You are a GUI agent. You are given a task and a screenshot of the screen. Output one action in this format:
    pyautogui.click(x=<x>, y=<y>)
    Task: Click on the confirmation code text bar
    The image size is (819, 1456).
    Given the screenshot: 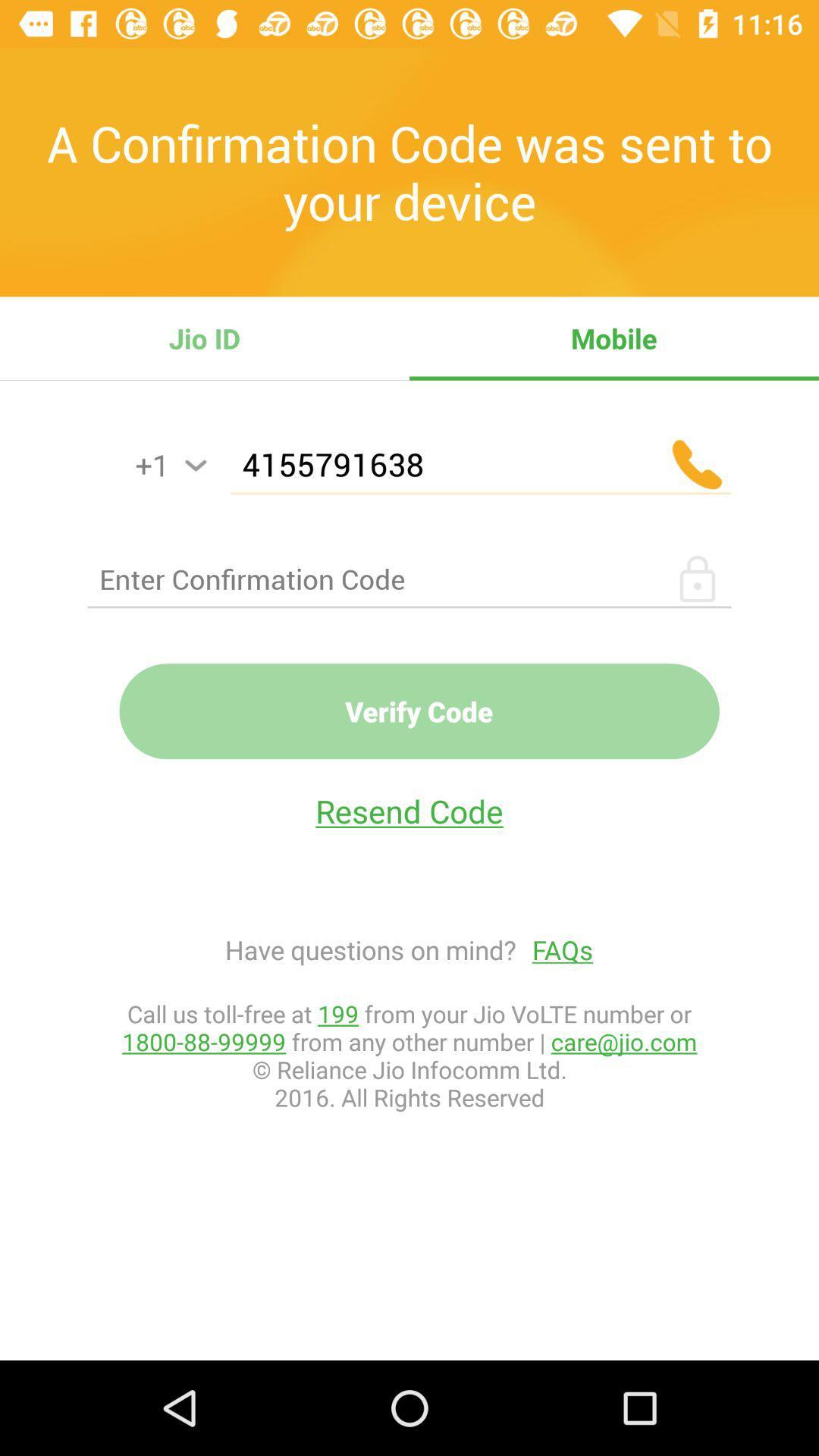 What is the action you would take?
    pyautogui.click(x=409, y=578)
    